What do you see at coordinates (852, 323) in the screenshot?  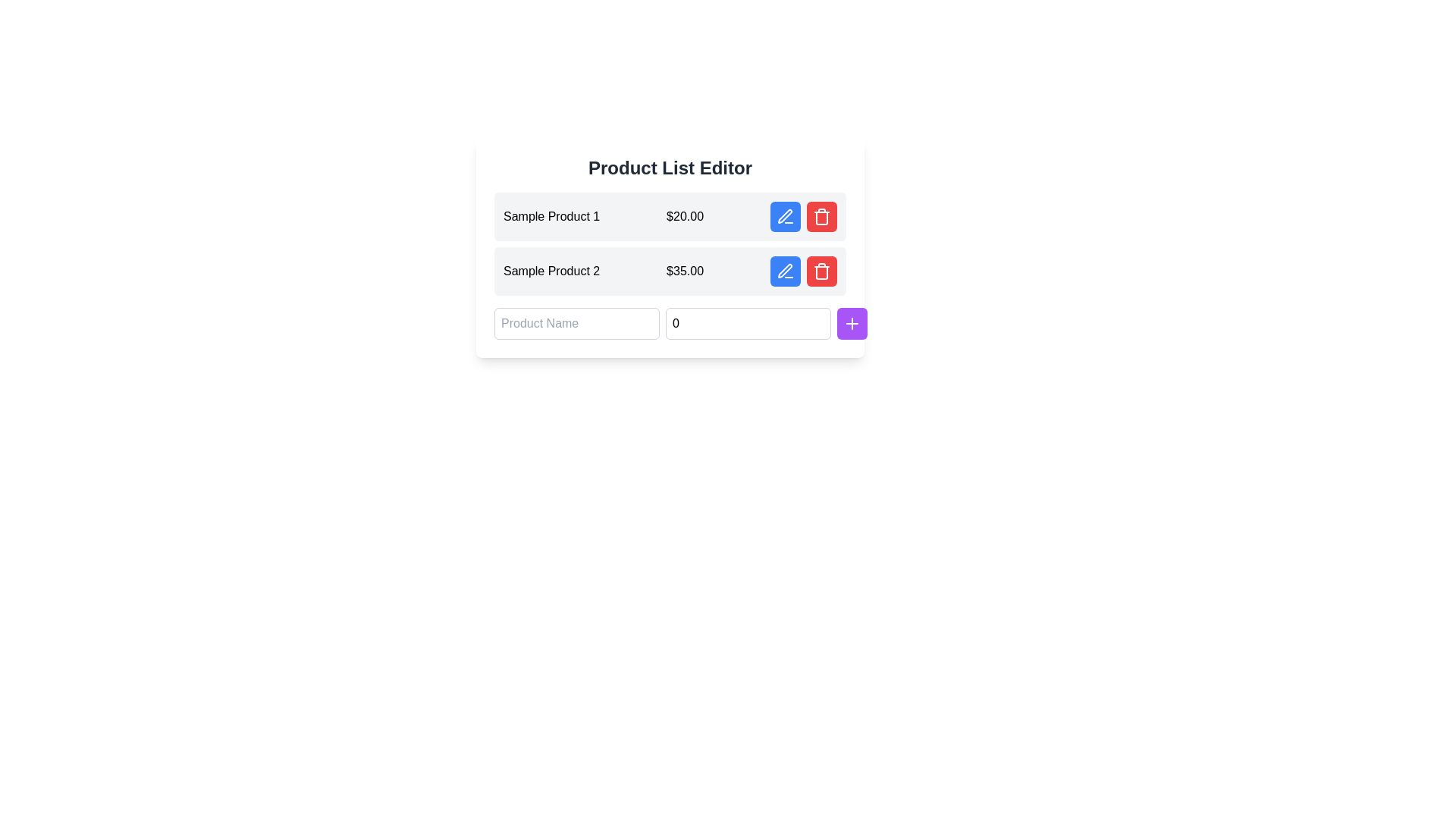 I see `the vibrant purple button with rounded corners that contains a white plus icon, located at the bottom-right of the input fields for 'Product Name' and 'Product Price'` at bounding box center [852, 323].